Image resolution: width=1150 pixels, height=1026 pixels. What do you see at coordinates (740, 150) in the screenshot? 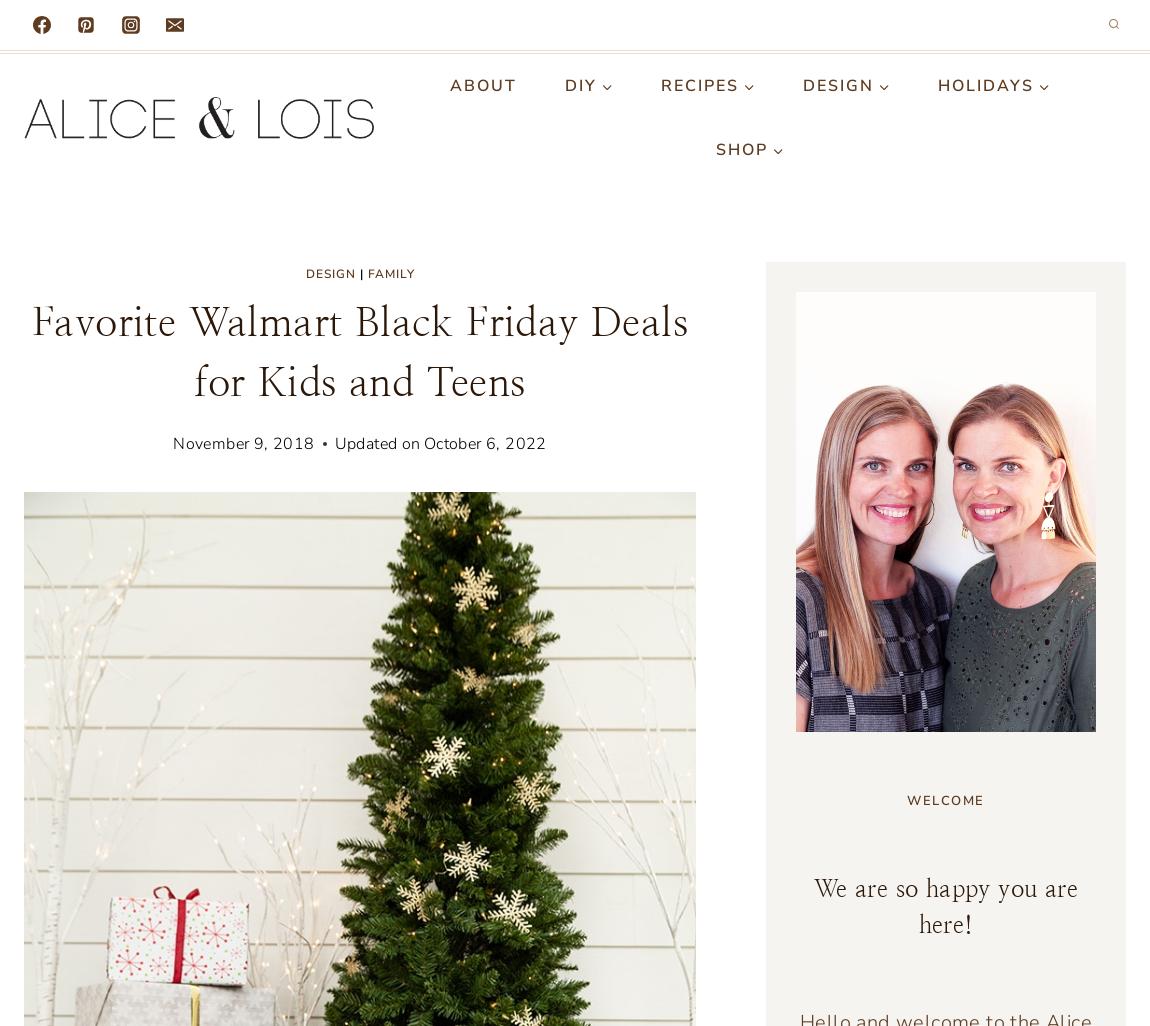
I see `'shop'` at bounding box center [740, 150].